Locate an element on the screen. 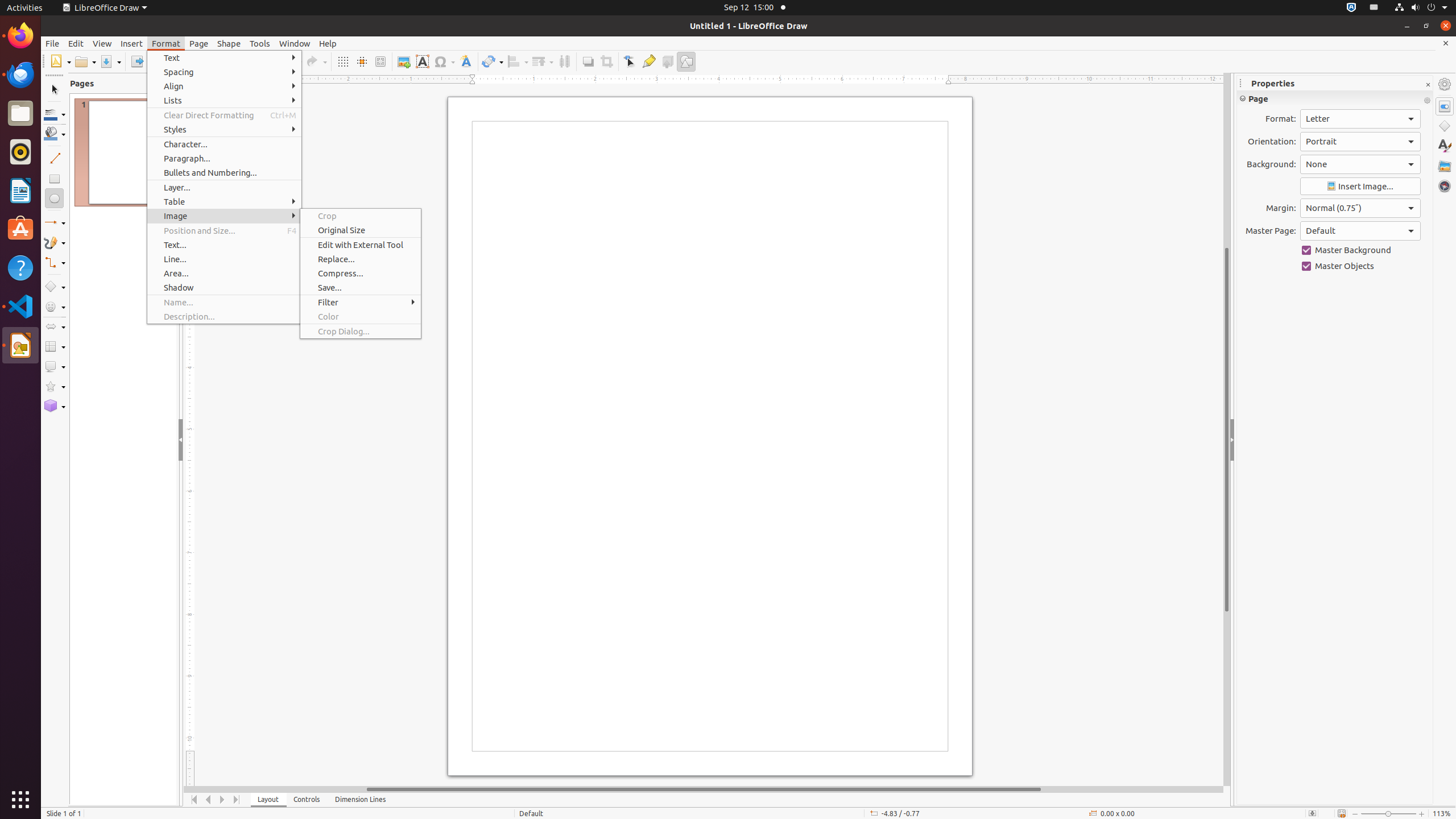 The image size is (1456, 819). 'Distribution' is located at coordinates (564, 61).